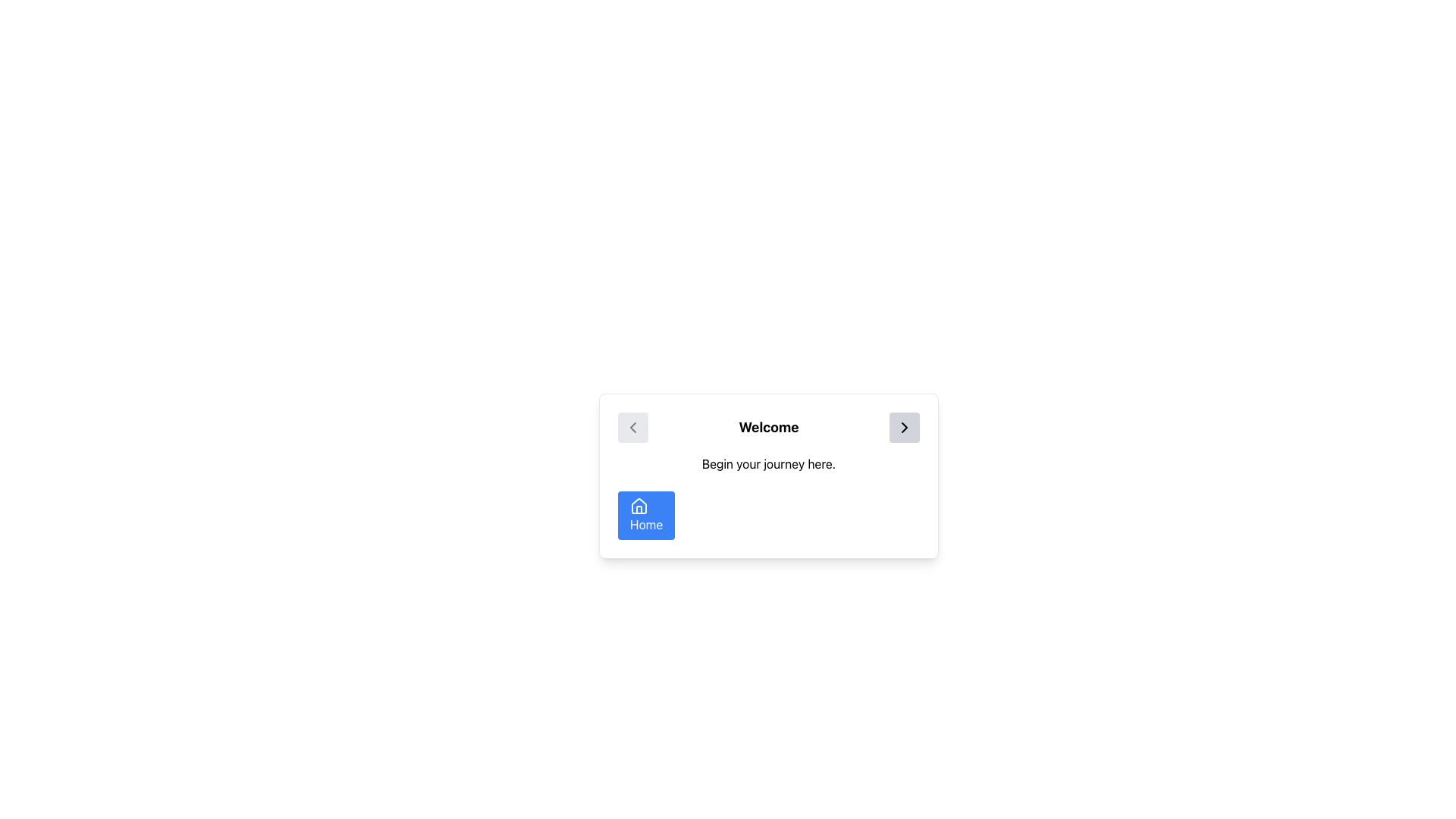 This screenshot has height=819, width=1456. I want to click on the button with a rightward-facing arrow icon, located next to the 'Welcome' text, so click(904, 427).